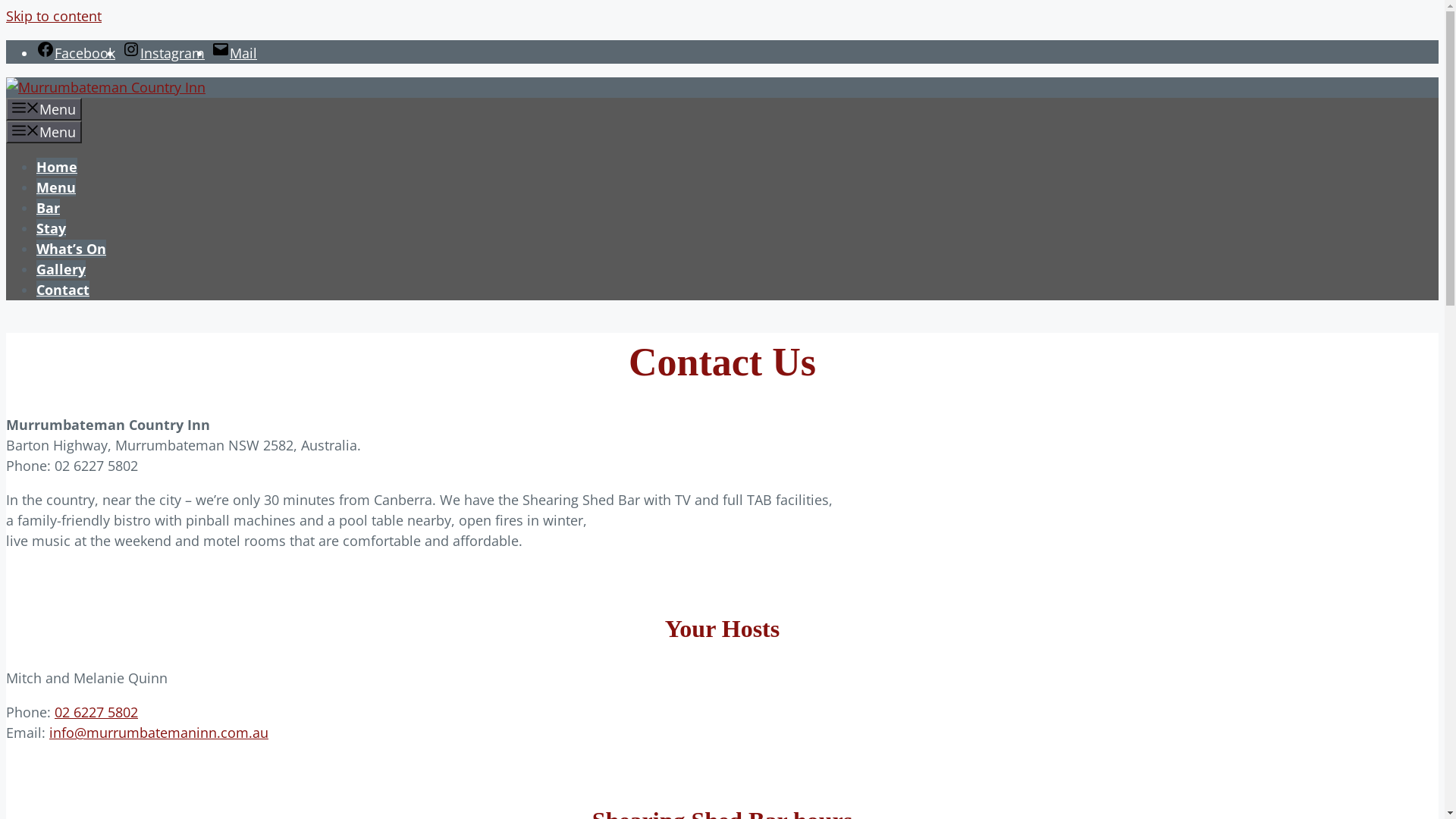 This screenshot has height=819, width=1456. Describe the element at coordinates (51, 227) in the screenshot. I see `'Stay'` at that location.